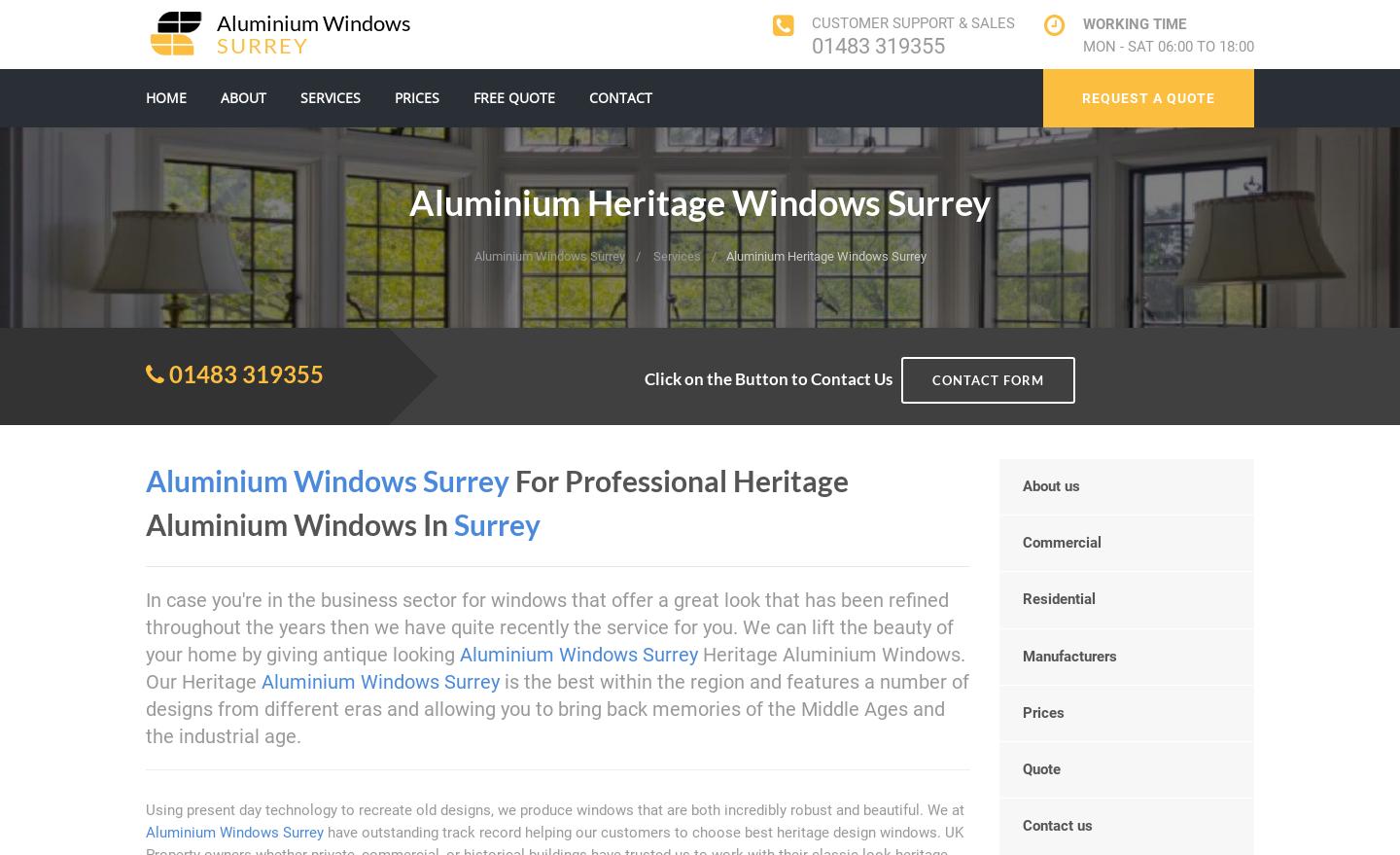 The width and height of the screenshot is (1400, 855). Describe the element at coordinates (549, 625) in the screenshot. I see `'In case you're in the business sector for windows that offer a great look that has been refined throughout the years then we have quite recently the service for you. We can lift the beauty of your home by giving antique looking'` at that location.